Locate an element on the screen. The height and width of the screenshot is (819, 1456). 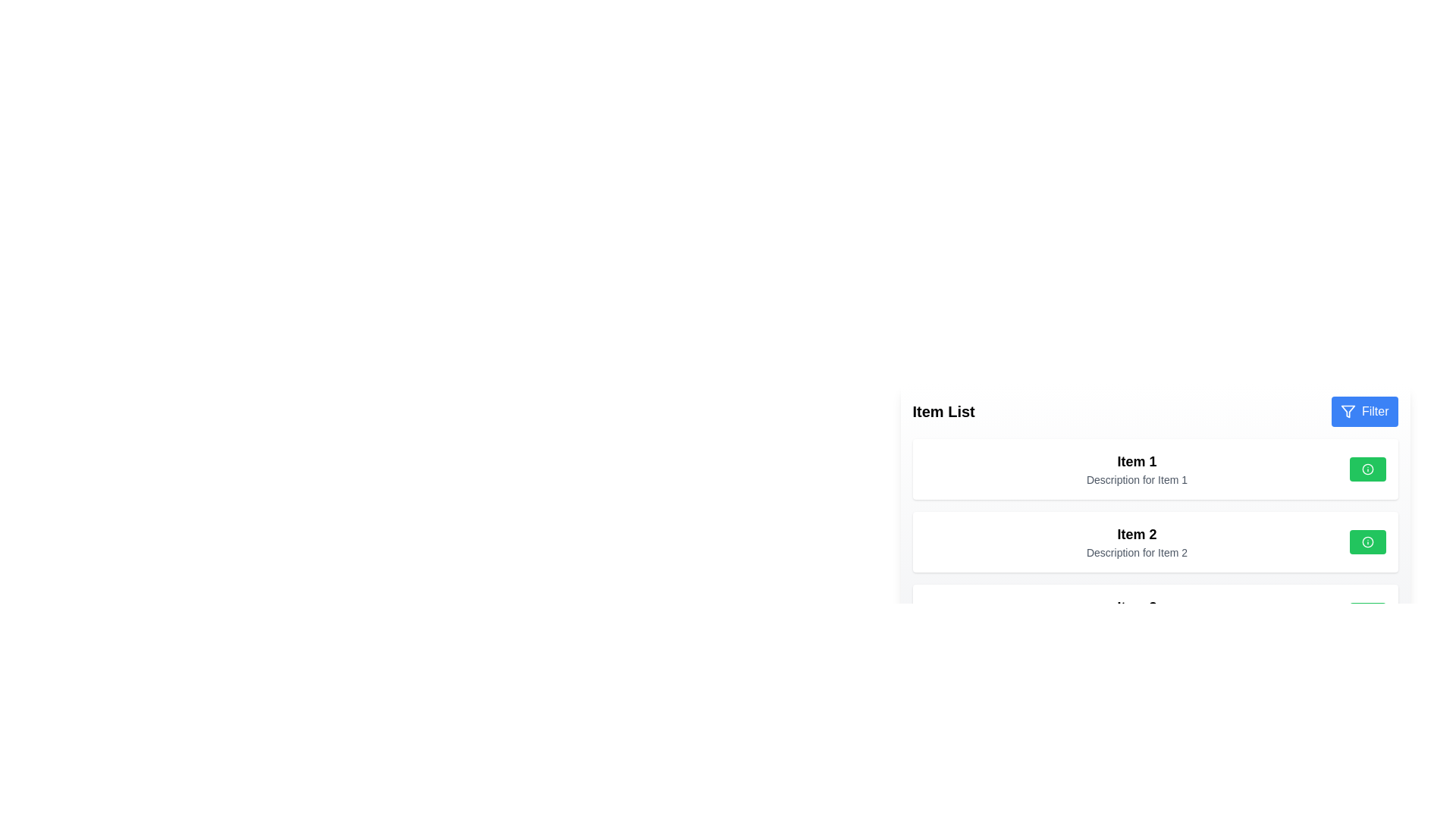
the Text Label that serves as the title or name of the first item in the displayed list, located at the top of the list above the 'Description for Item 1' text is located at coordinates (1137, 461).